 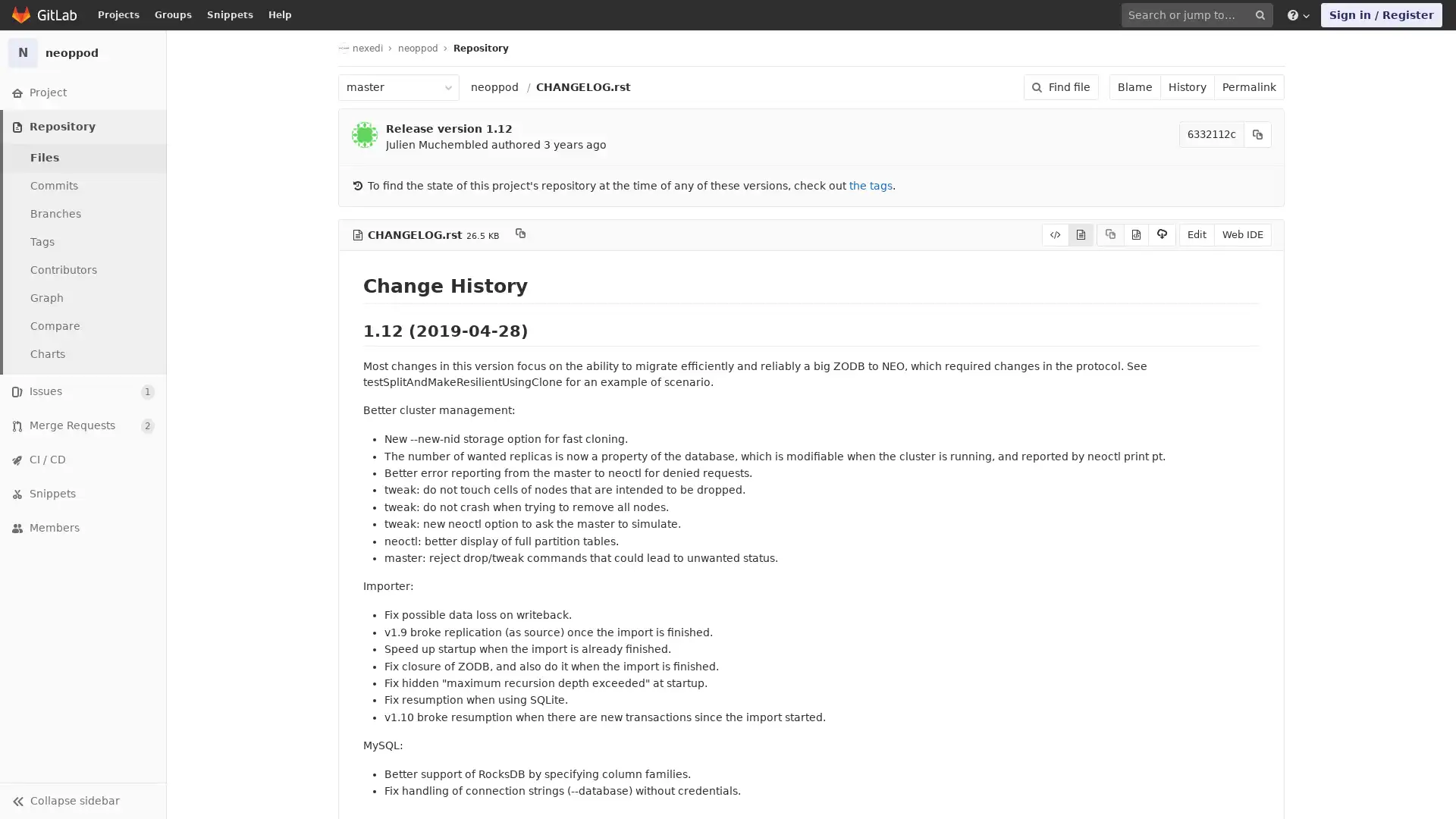 What do you see at coordinates (1110, 234) in the screenshot?
I see `Copy source to clipboard` at bounding box center [1110, 234].